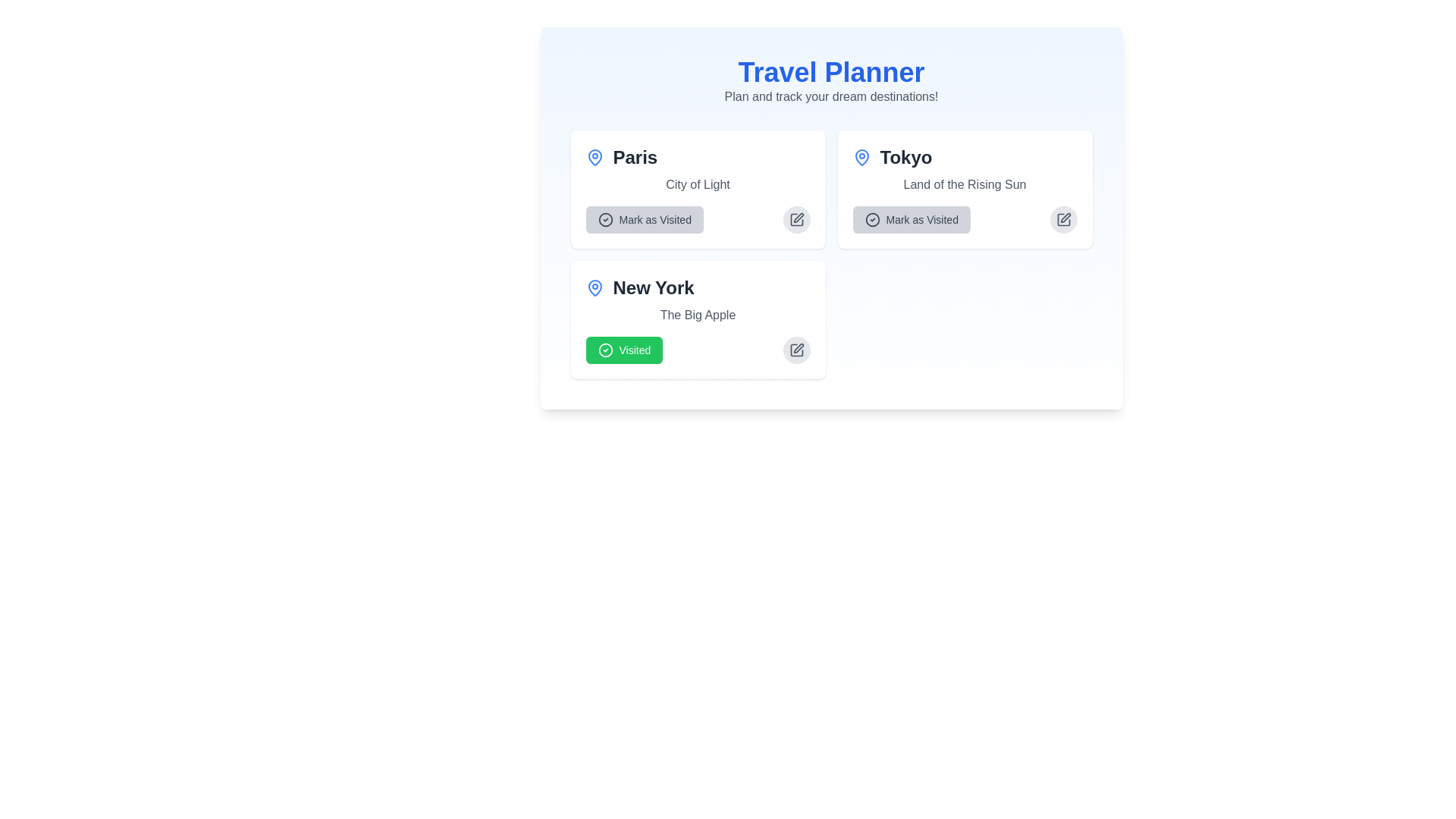 Image resolution: width=1456 pixels, height=819 pixels. I want to click on the state of the circular icon with a green border and white checkmark, which is part of the 'Visited' button located in the bottom-left section of the 'New York' card, so click(604, 350).